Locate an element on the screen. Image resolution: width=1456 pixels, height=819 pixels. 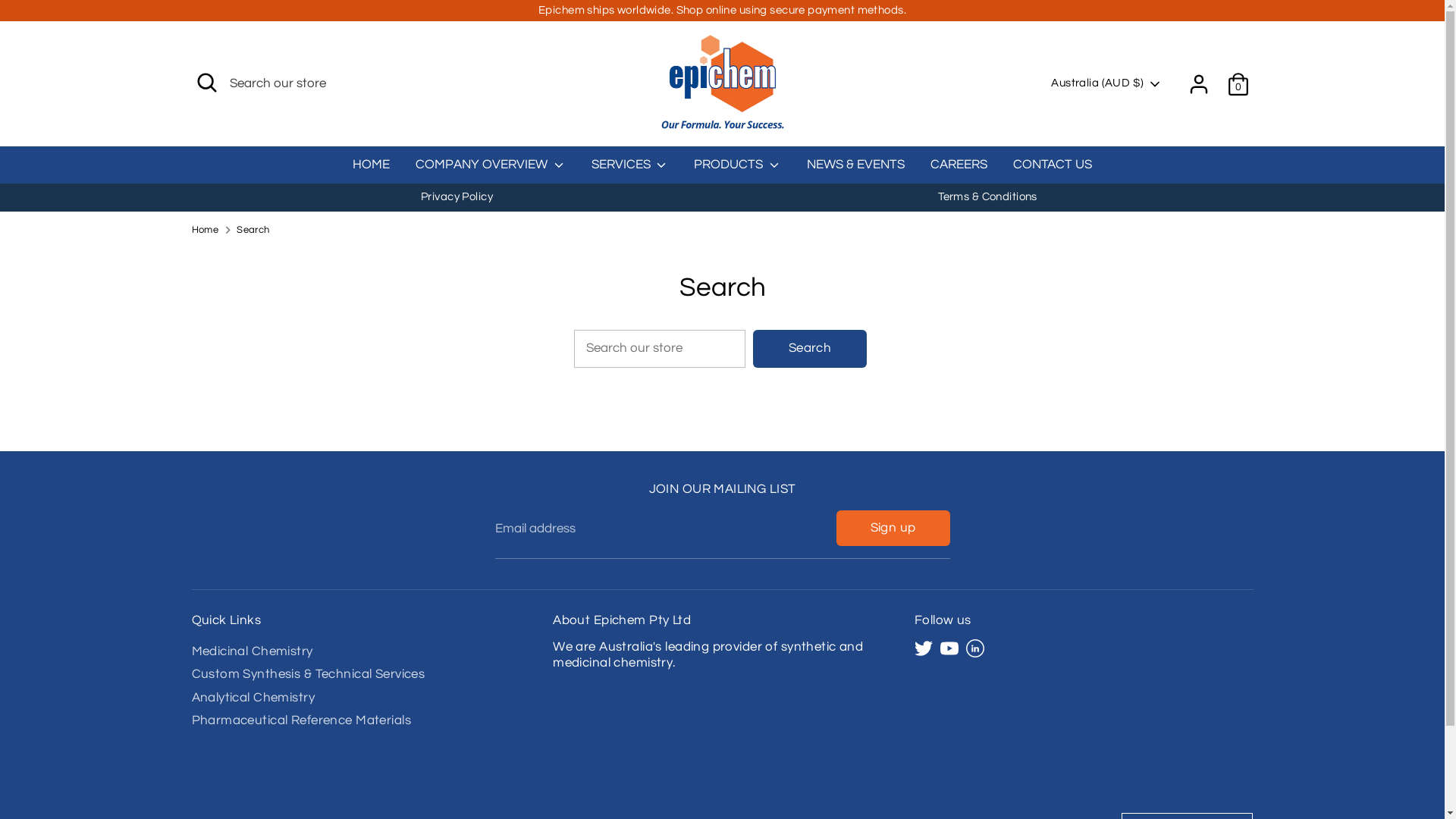
'CONTACT US' is located at coordinates (1001, 169).